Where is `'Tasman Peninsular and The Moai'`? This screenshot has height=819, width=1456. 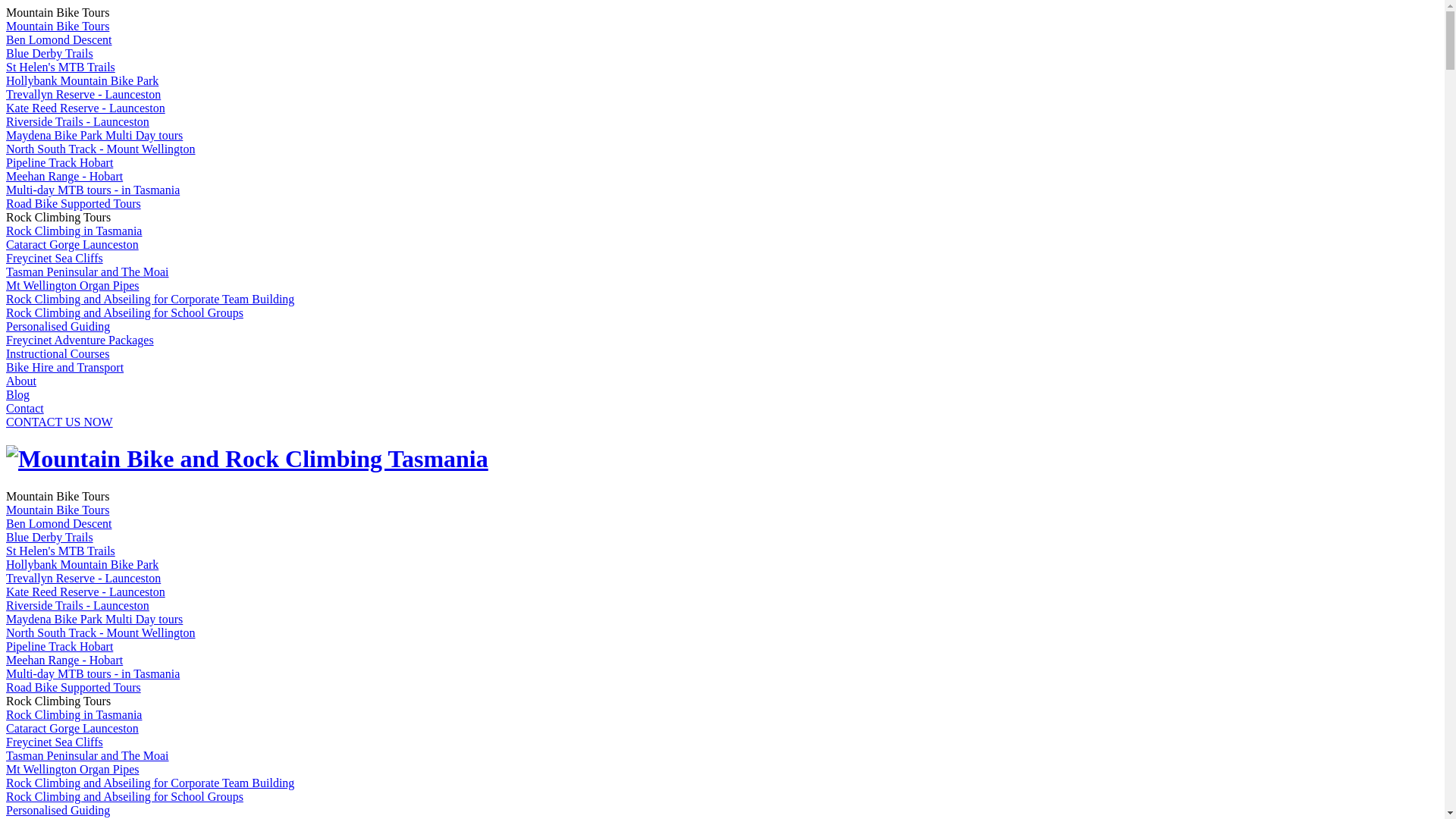 'Tasman Peninsular and The Moai' is located at coordinates (86, 755).